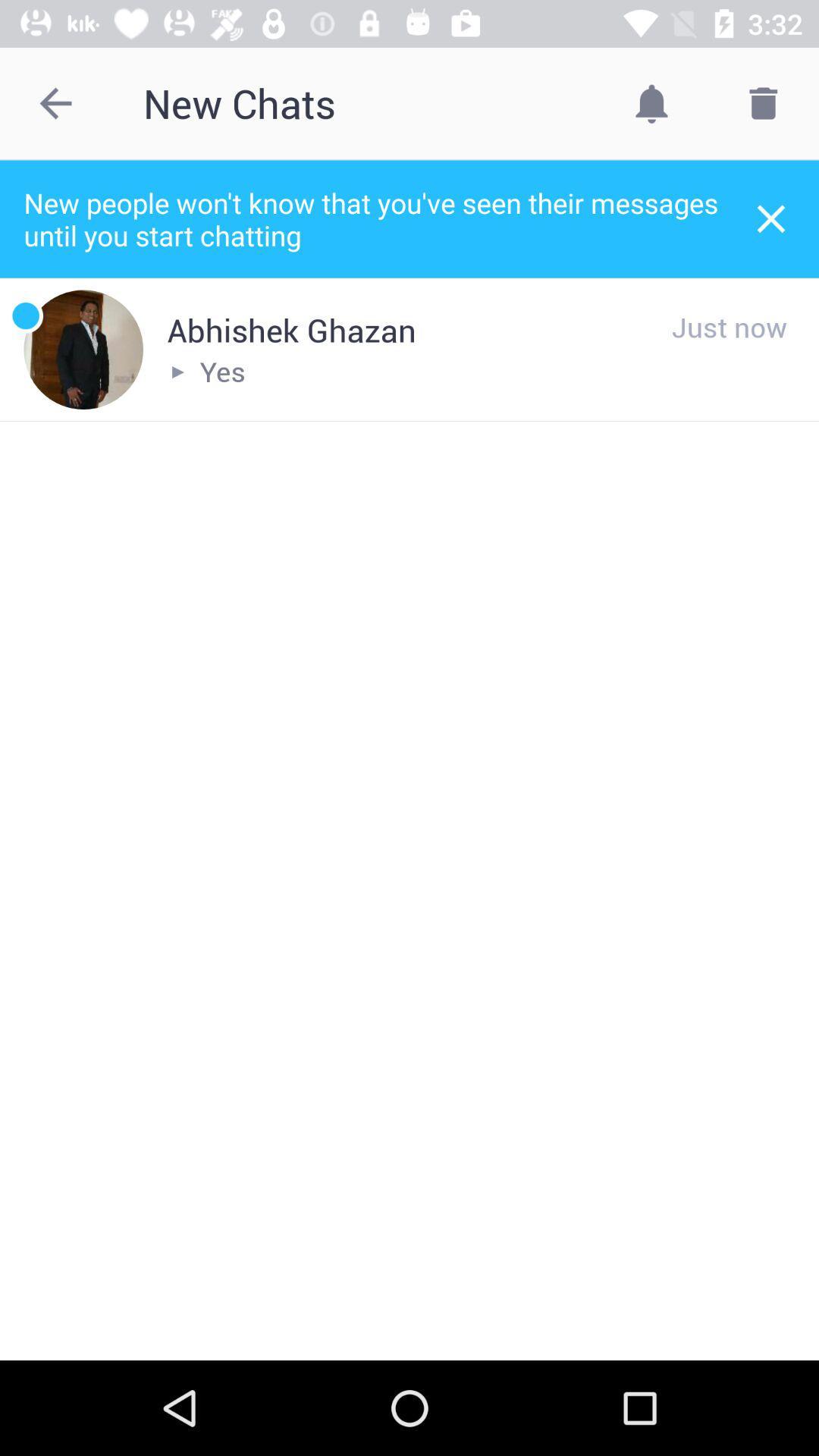 The height and width of the screenshot is (1456, 819). I want to click on the item to the right of new people won, so click(771, 218).